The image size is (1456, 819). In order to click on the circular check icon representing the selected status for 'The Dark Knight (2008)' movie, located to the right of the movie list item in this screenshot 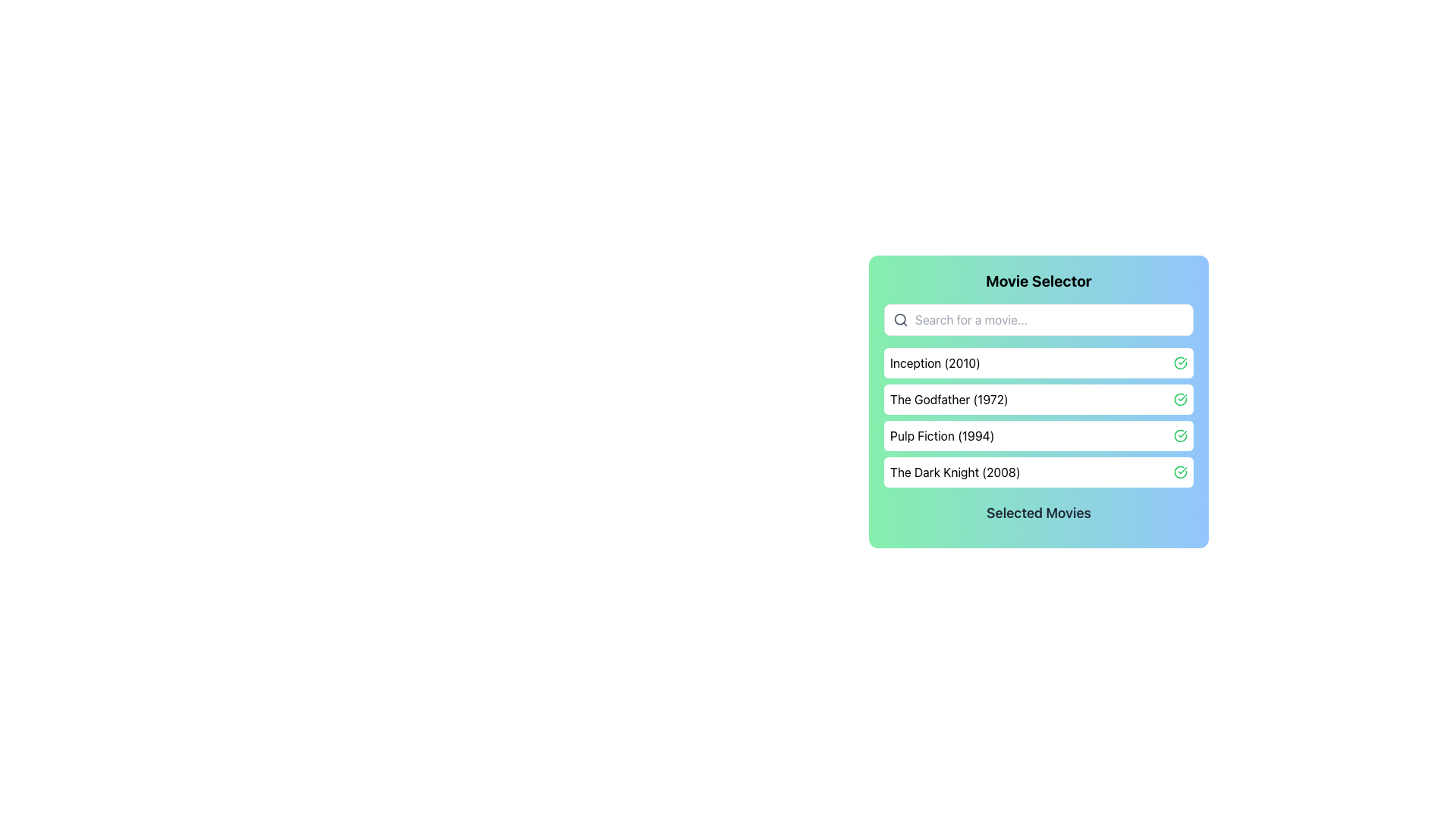, I will do `click(1179, 472)`.